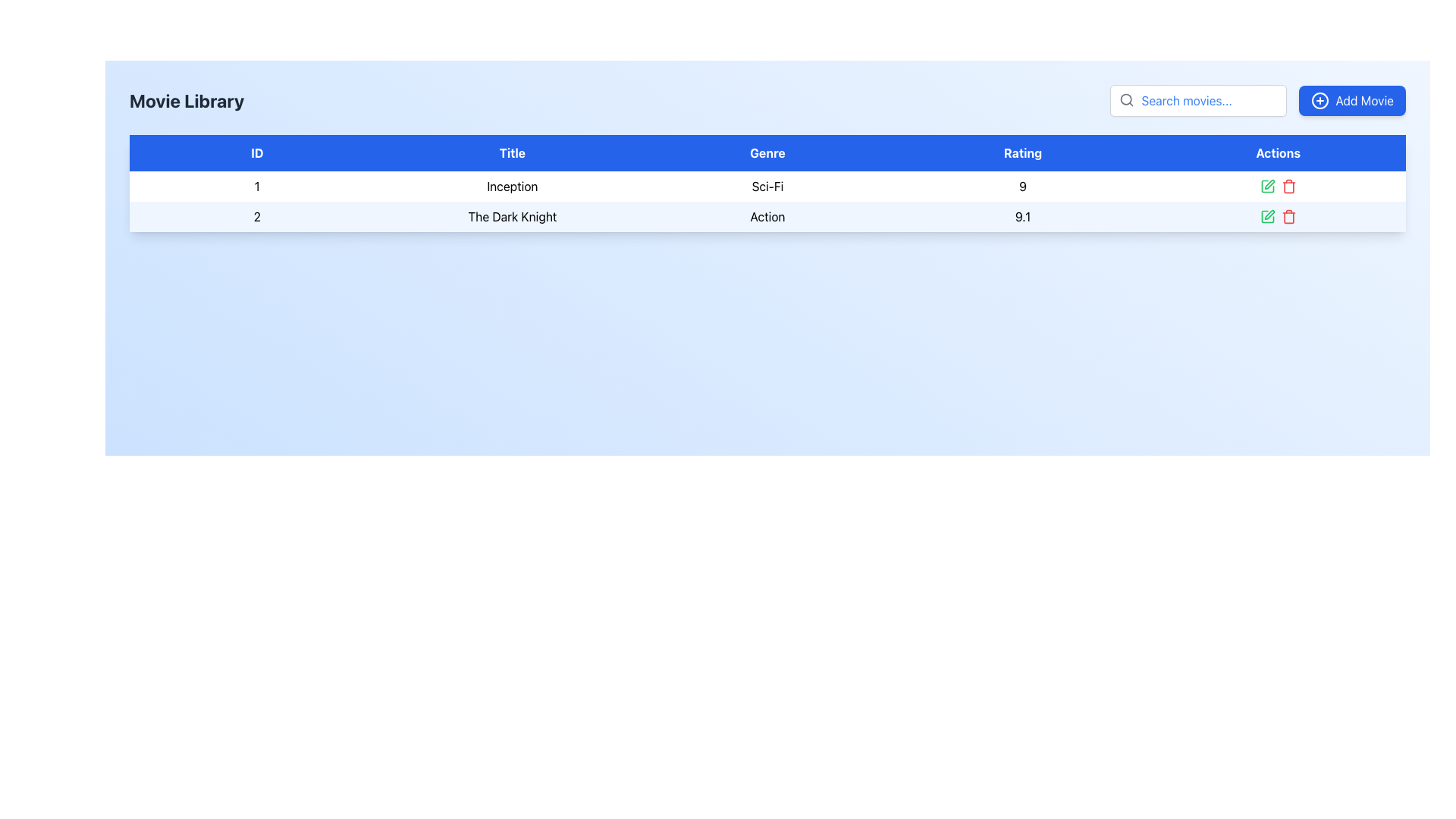 Image resolution: width=1456 pixels, height=819 pixels. What do you see at coordinates (767, 186) in the screenshot?
I see `the static text label displaying the genre 'Sci-Fi' in the 'Genre' column of the first row under the 'Movie Library' table` at bounding box center [767, 186].